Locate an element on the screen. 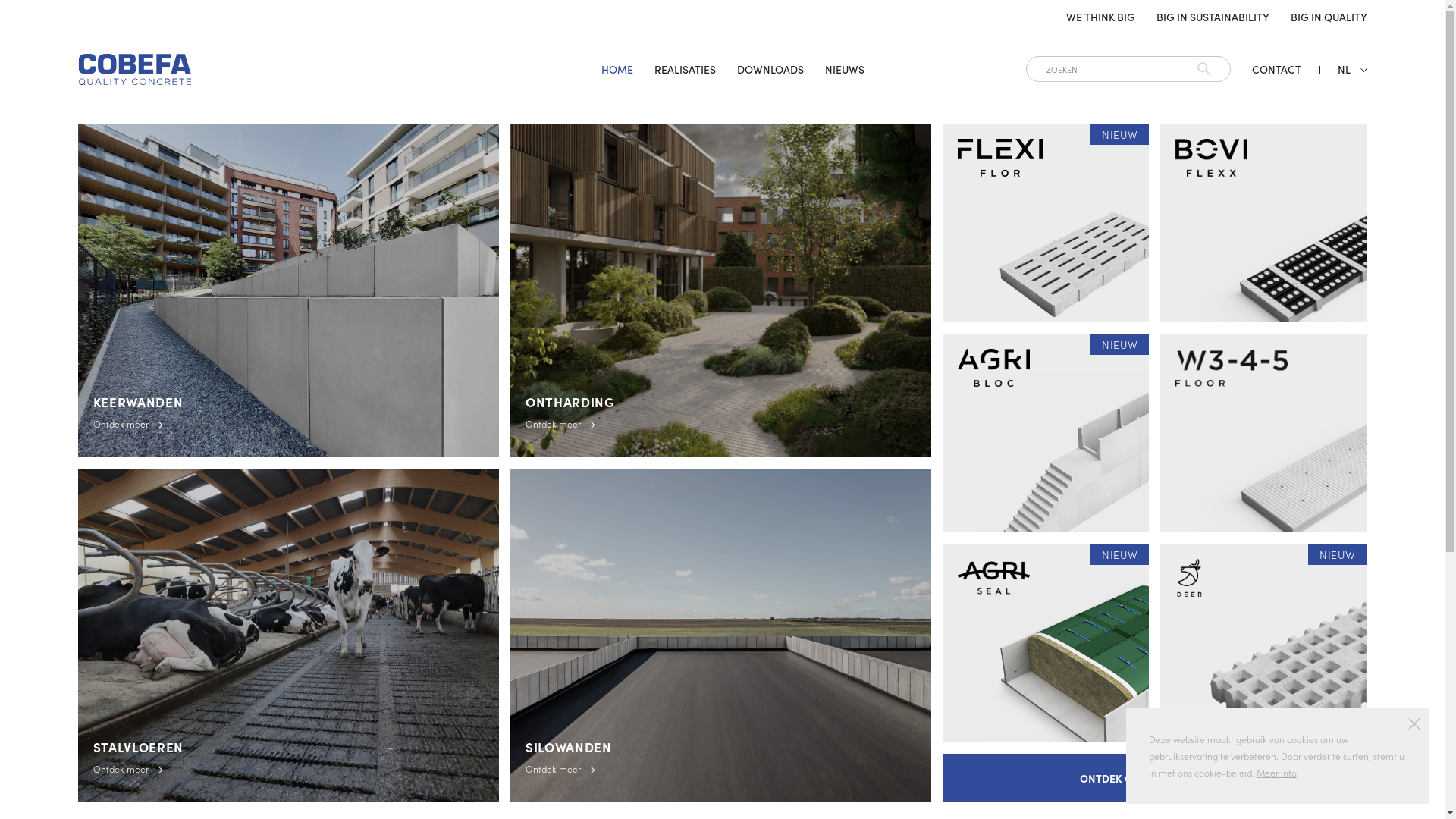 This screenshot has height=819, width=1456. 'NL' is located at coordinates (1343, 69).